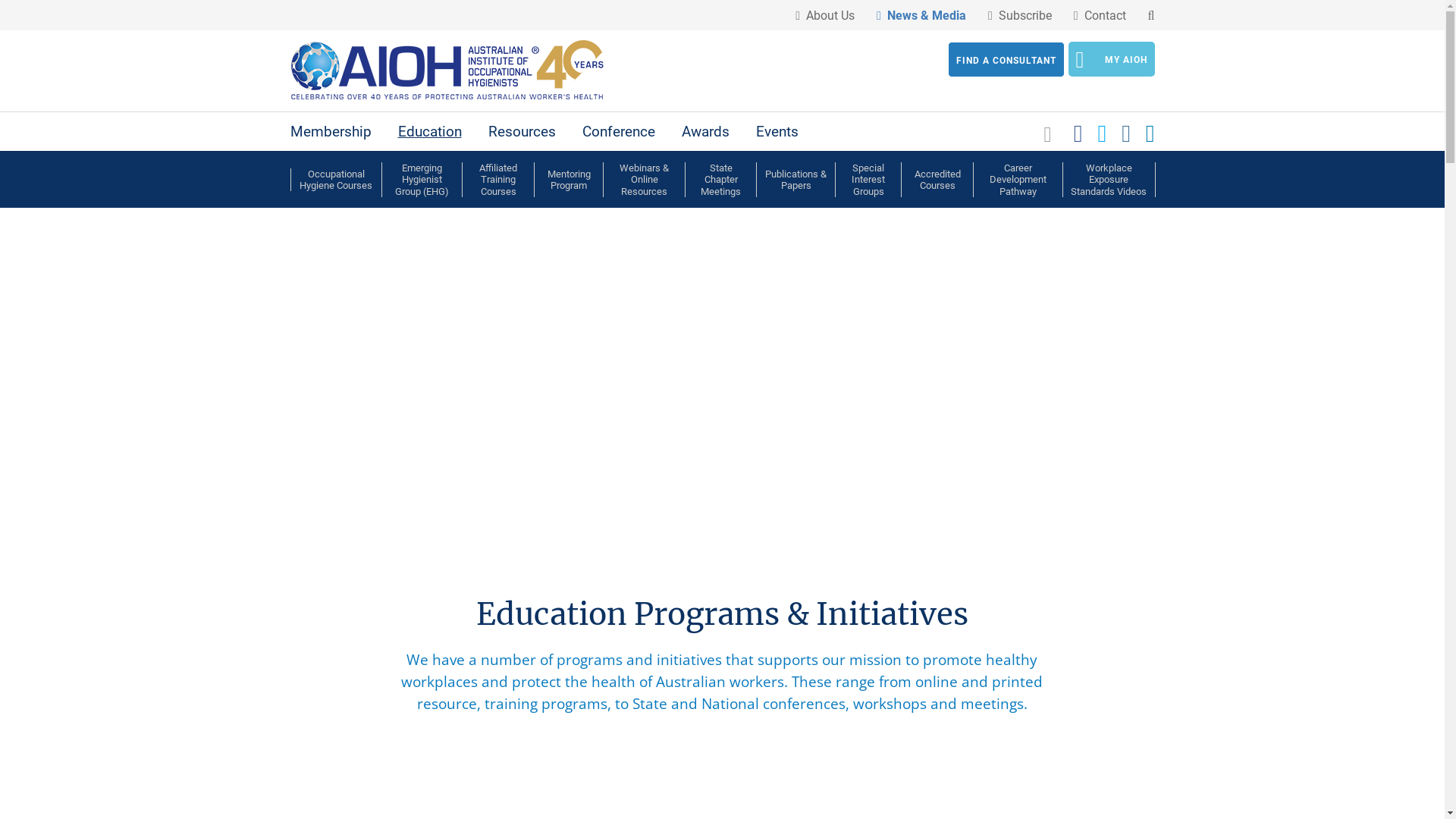  I want to click on 'Education', so click(397, 130).